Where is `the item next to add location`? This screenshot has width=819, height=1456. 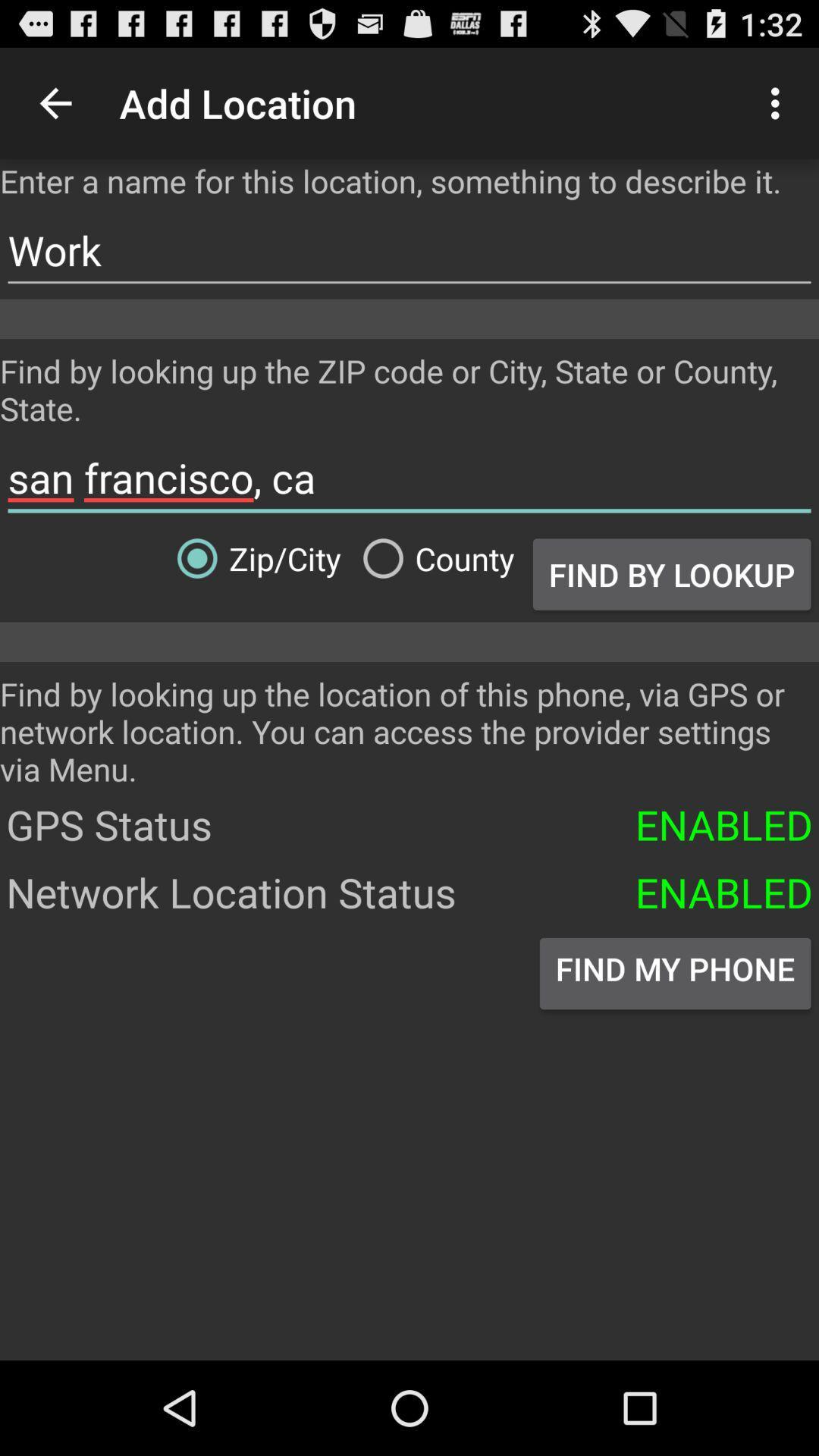 the item next to add location is located at coordinates (55, 102).